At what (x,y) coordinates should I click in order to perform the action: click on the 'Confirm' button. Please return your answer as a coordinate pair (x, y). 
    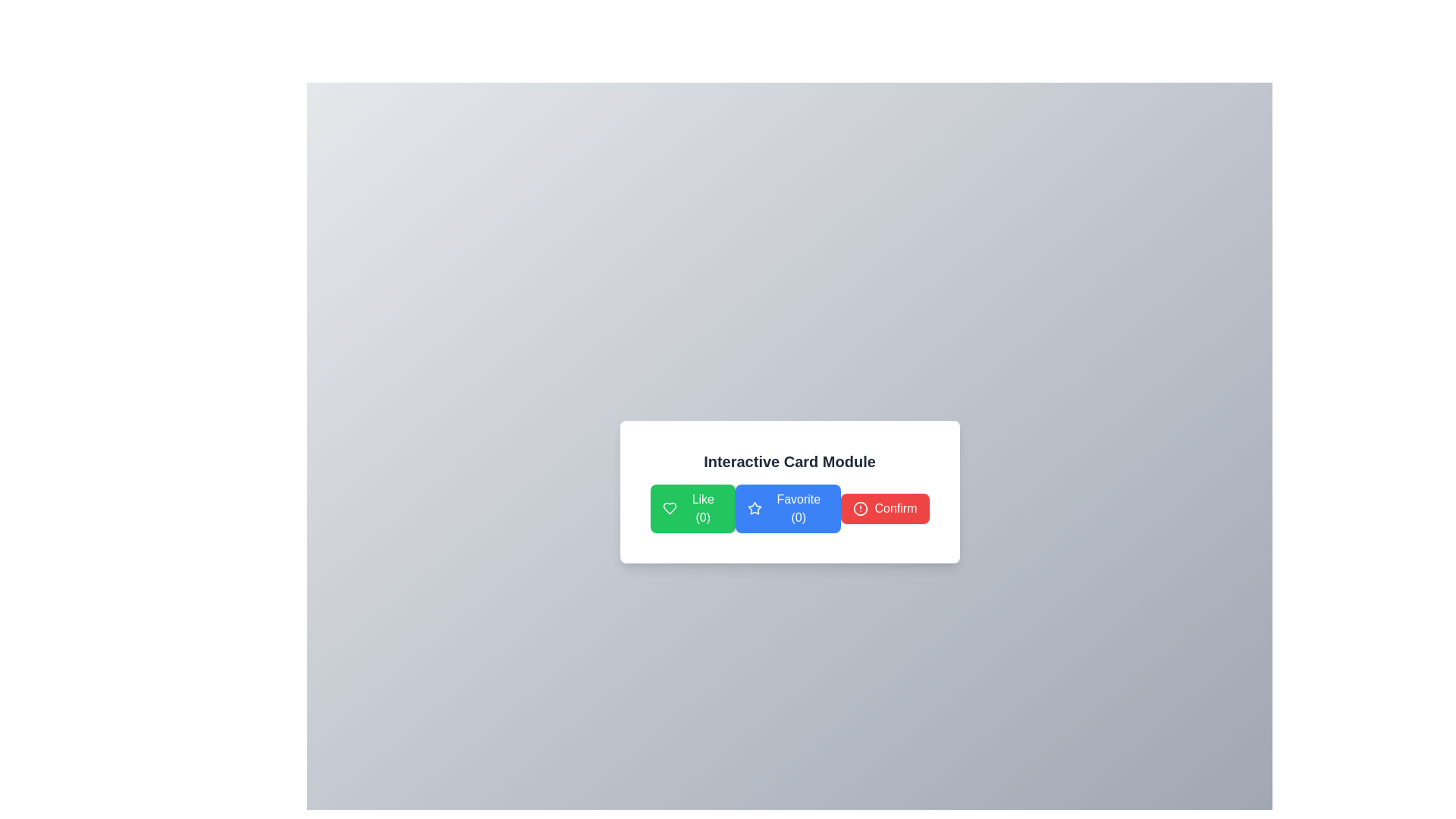
    Looking at the image, I should click on (885, 509).